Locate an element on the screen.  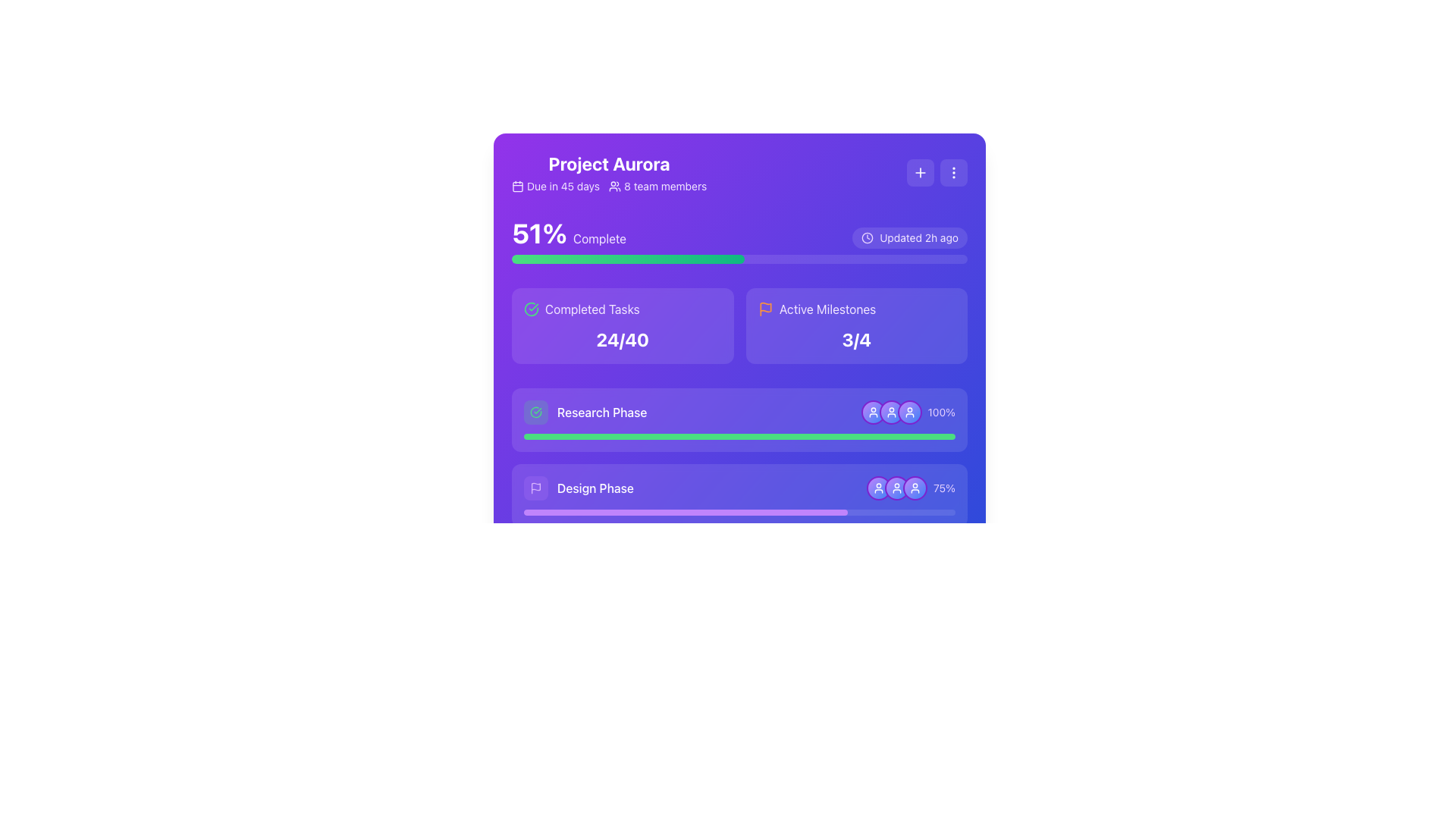
the progress bar, which is a thin rounded bar with a gradient fill transitioning from green to emerald, located beneath the '51%' label and above the text 'Complete' and 'Updated 2h ago' is located at coordinates (739, 259).